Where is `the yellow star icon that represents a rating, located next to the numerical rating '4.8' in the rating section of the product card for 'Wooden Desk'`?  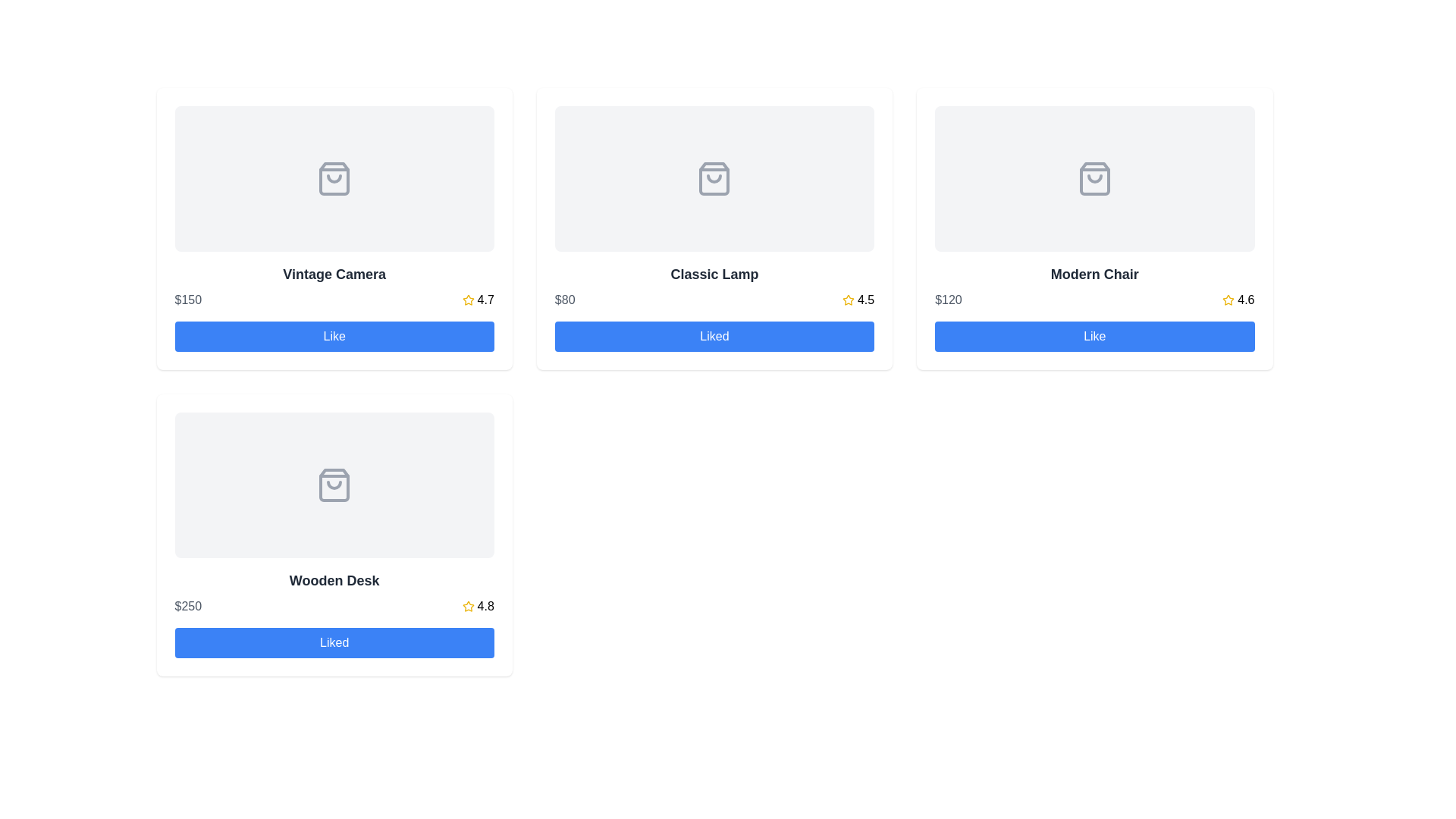 the yellow star icon that represents a rating, located next to the numerical rating '4.8' in the rating section of the product card for 'Wooden Desk' is located at coordinates (467, 605).